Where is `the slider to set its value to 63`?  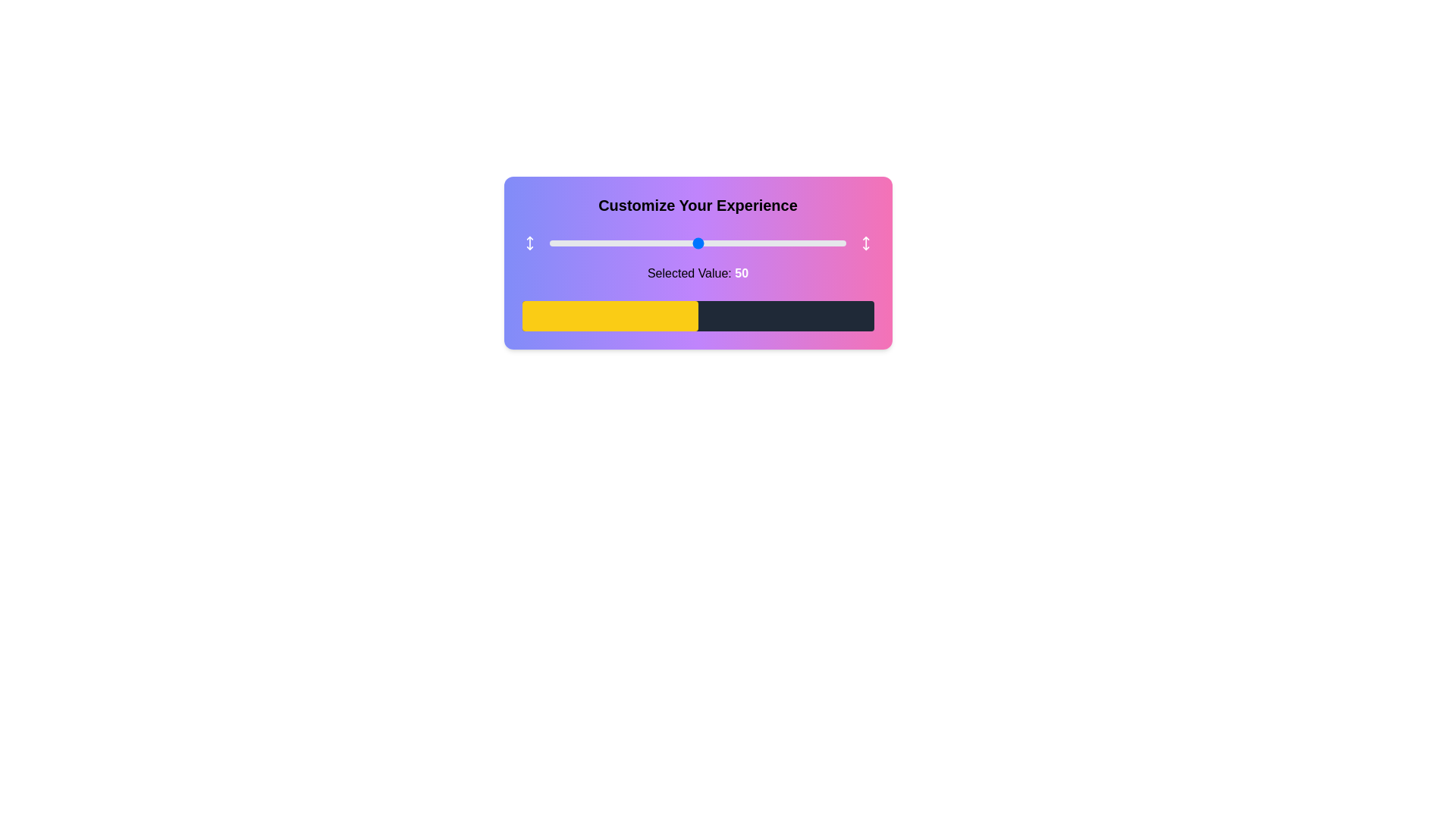 the slider to set its value to 63 is located at coordinates (736, 242).